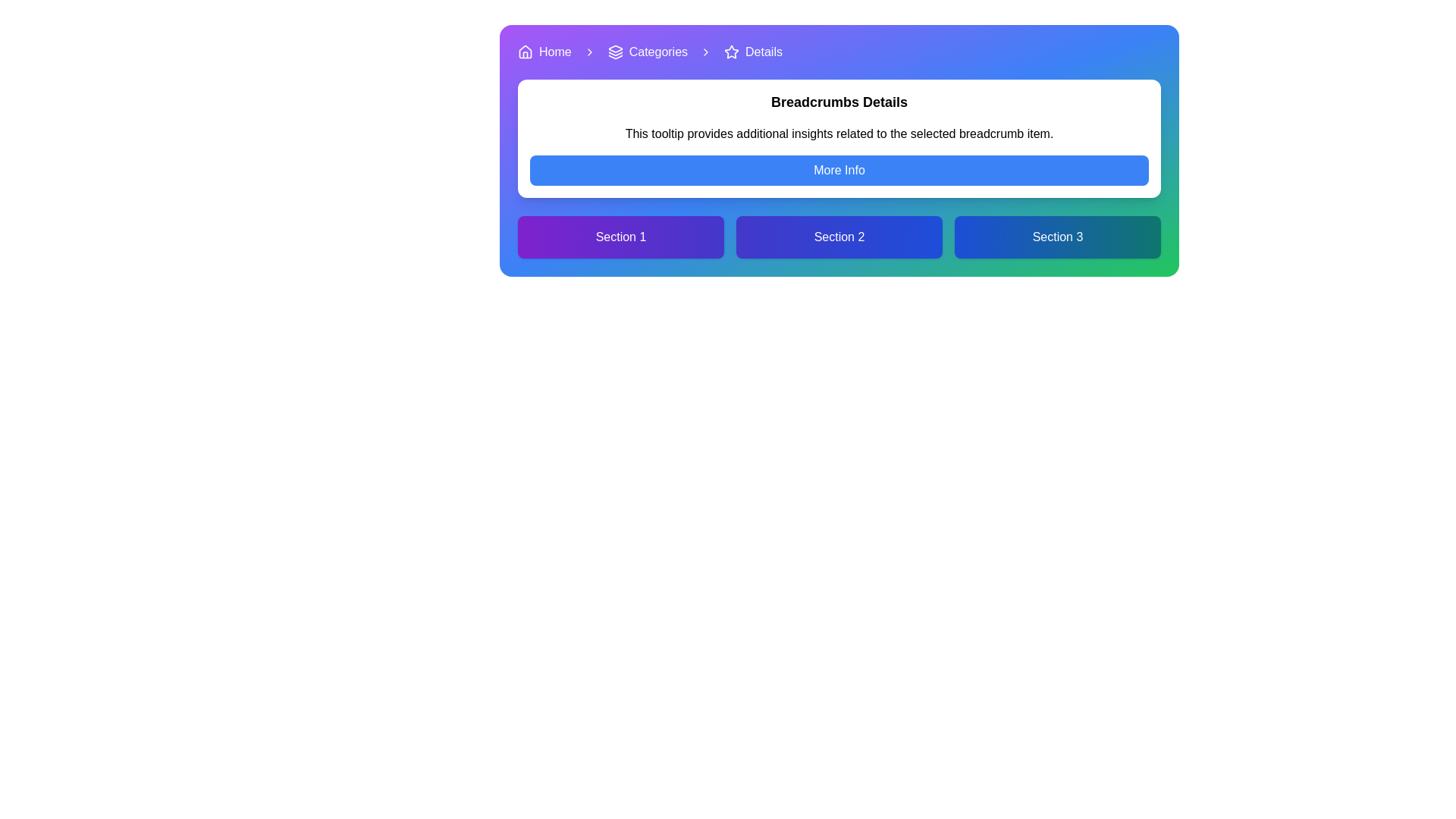 Image resolution: width=1456 pixels, height=819 pixels. Describe the element at coordinates (615, 52) in the screenshot. I see `the visual representation of the icon depicting three stacked layers, located as the first icon in the breadcrumb navigation bar next to the 'Categories' label` at that location.